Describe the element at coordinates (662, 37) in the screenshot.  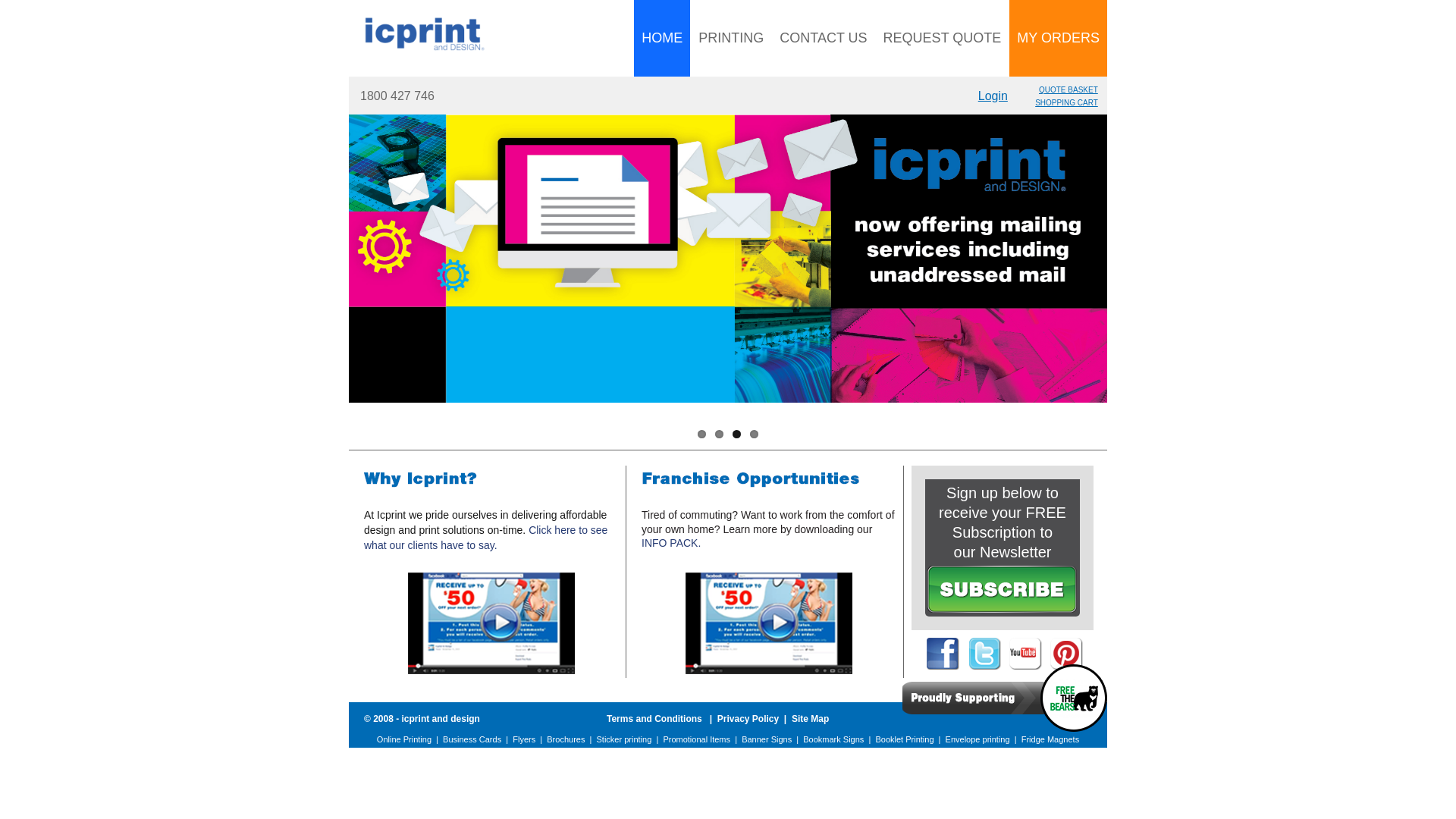
I see `'HOME'` at that location.